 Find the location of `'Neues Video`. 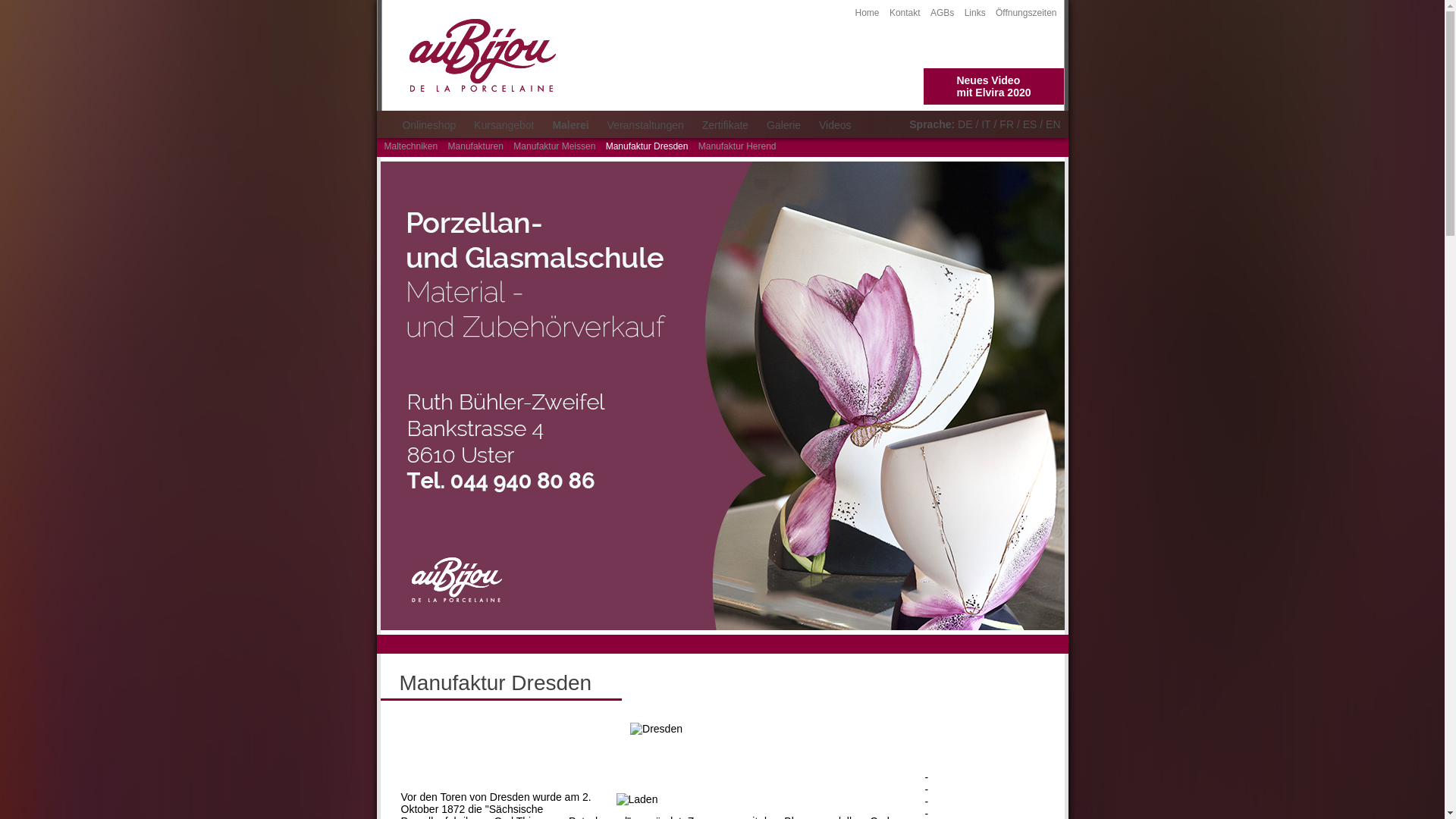

'Neues Video is located at coordinates (993, 86).